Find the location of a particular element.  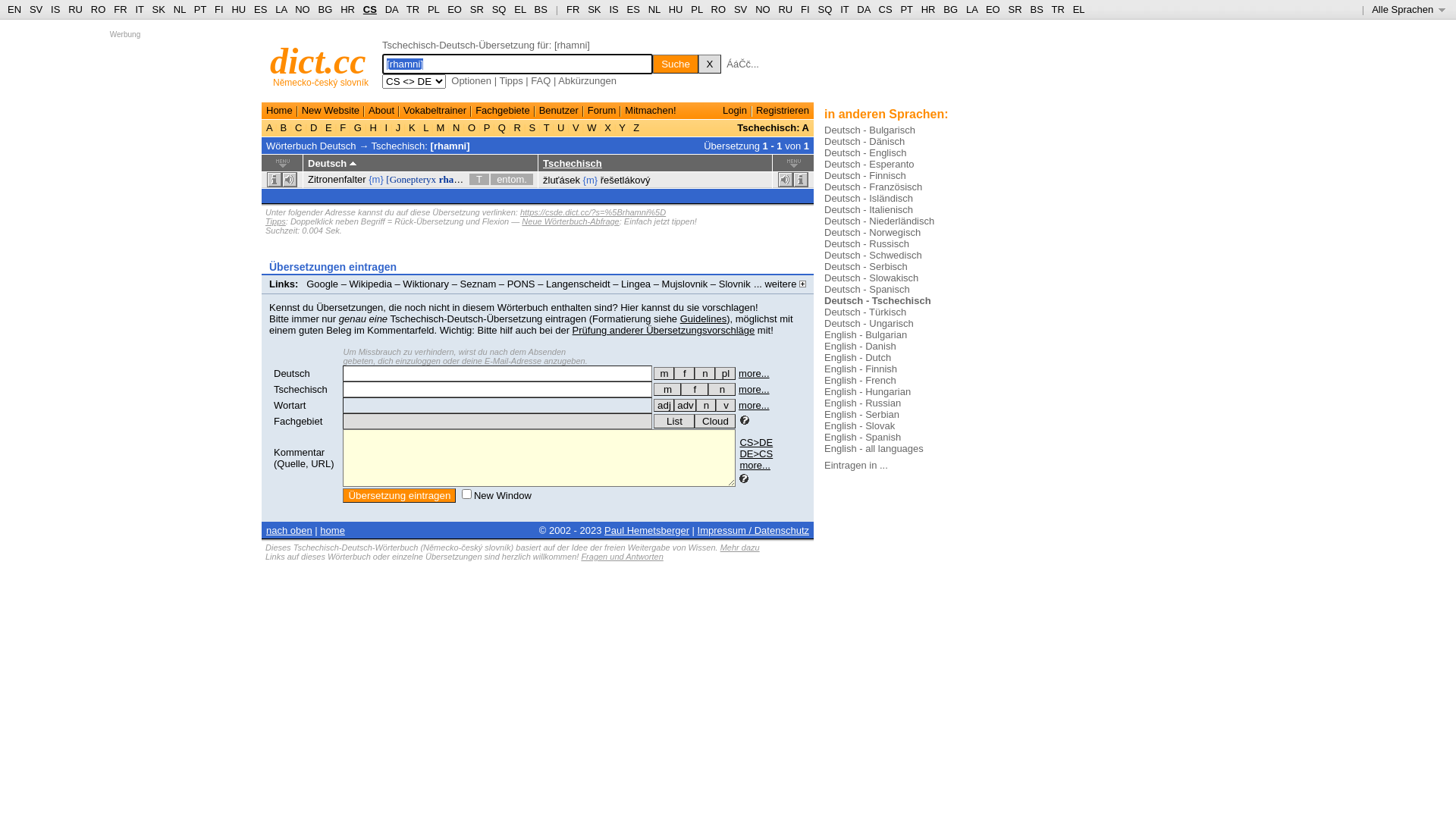

'IS' is located at coordinates (55, 9).